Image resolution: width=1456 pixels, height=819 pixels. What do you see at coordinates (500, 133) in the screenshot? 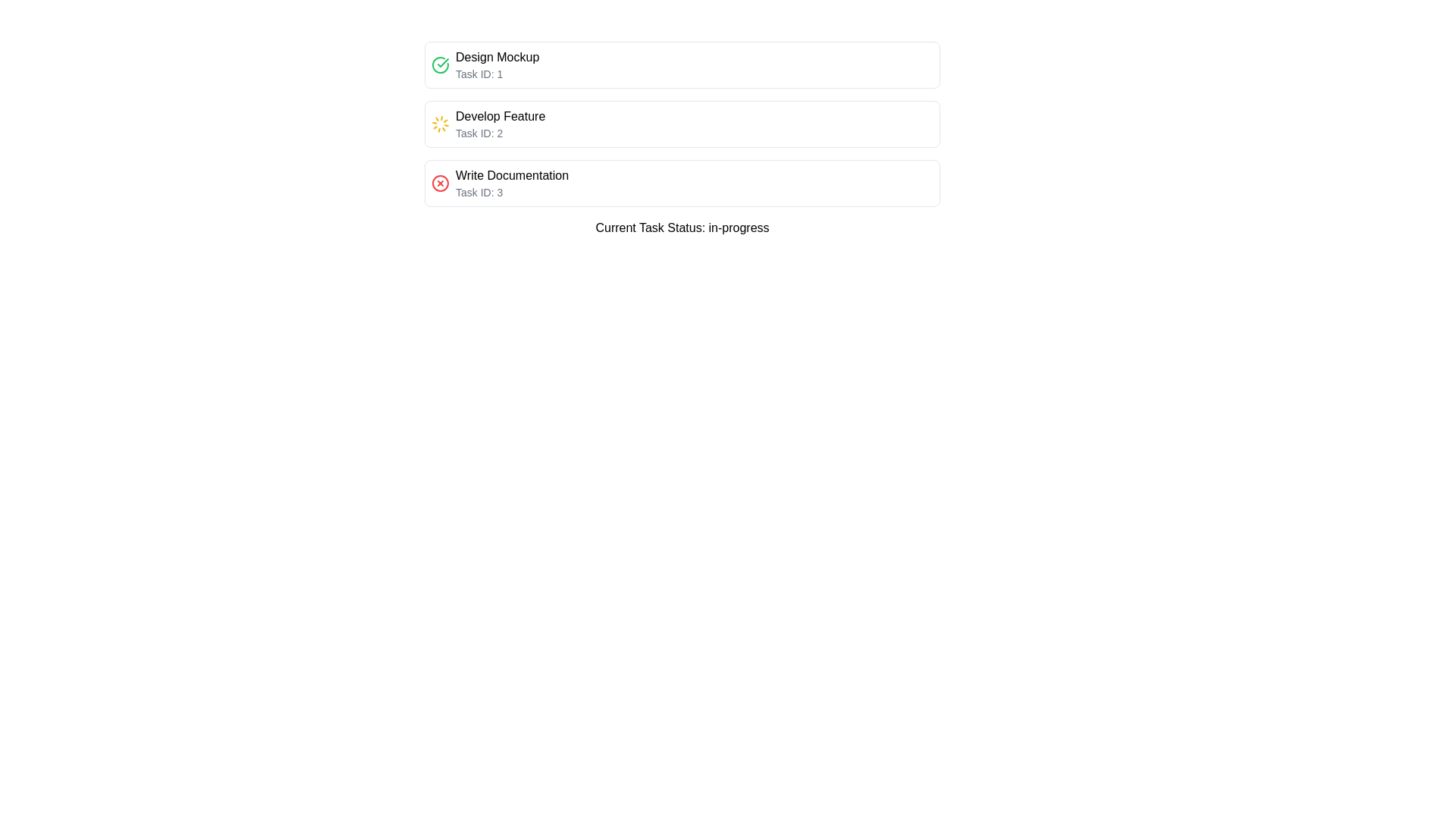
I see `text displaying 'Task ID: 2', which is a smaller gray font positioned below 'Develop Feature'` at bounding box center [500, 133].